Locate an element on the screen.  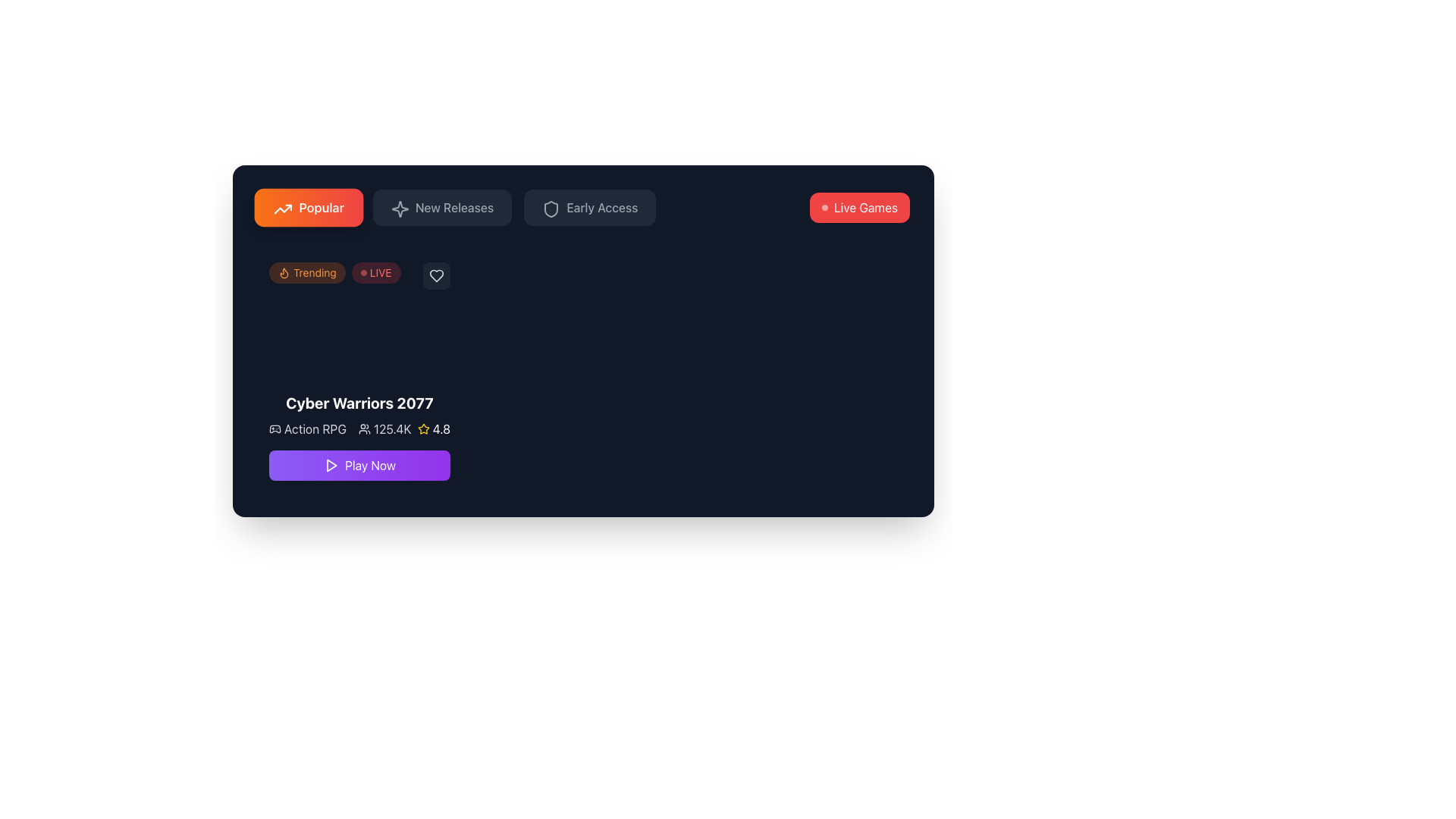
the 'New Releases' text label located in the navigation bar, which is the second option in a horizontal list of elements including 'Popular' and 'Early Access' is located at coordinates (453, 207).